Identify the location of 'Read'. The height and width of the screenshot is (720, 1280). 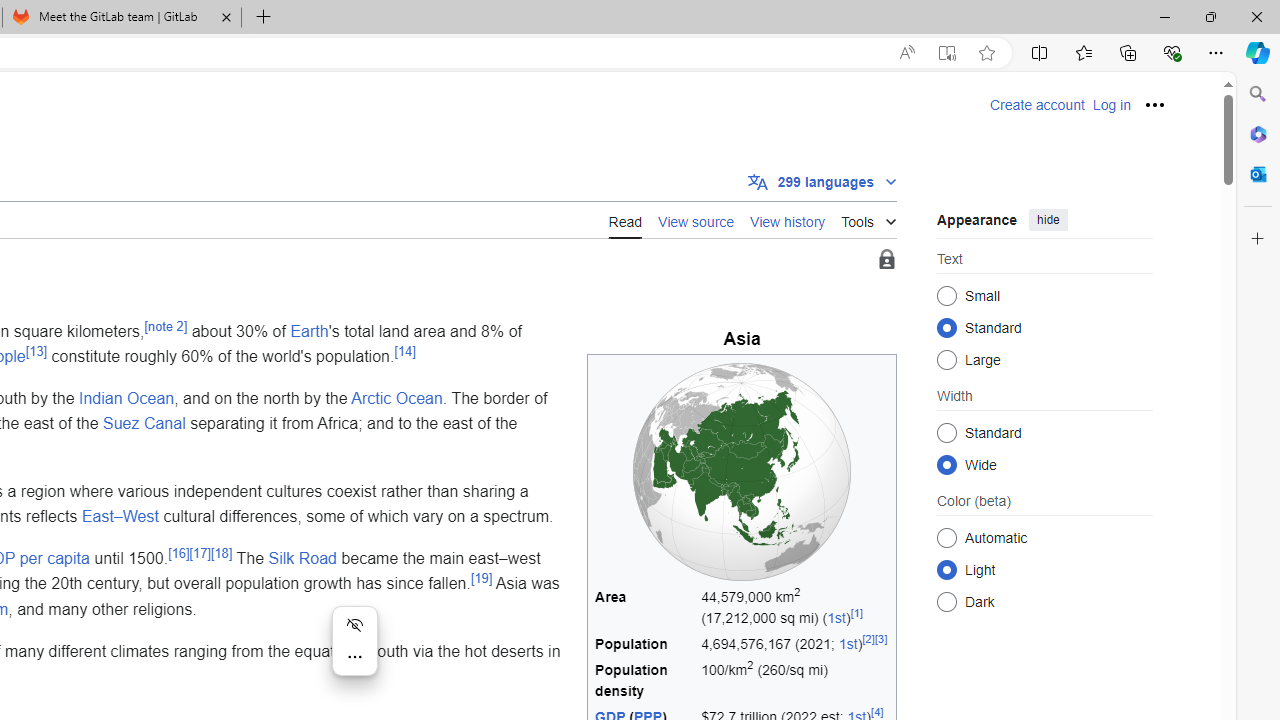
(624, 219).